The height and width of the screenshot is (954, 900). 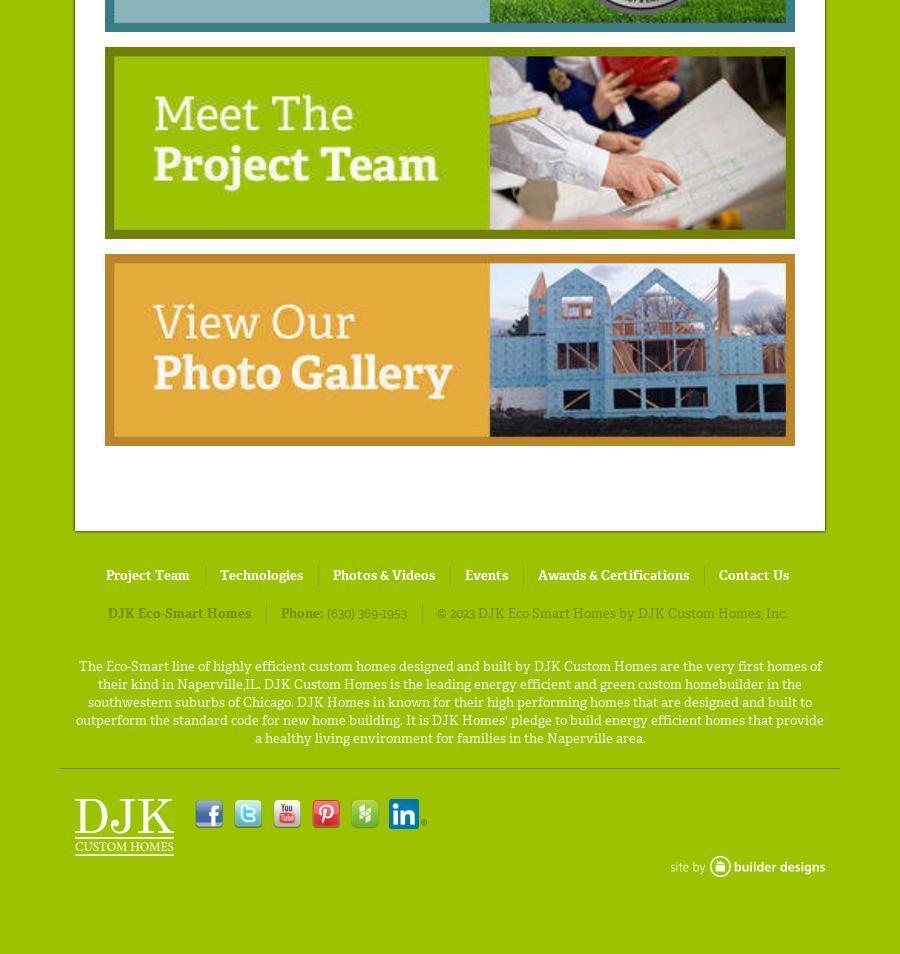 I want to click on 'Phone:', so click(x=302, y=612).